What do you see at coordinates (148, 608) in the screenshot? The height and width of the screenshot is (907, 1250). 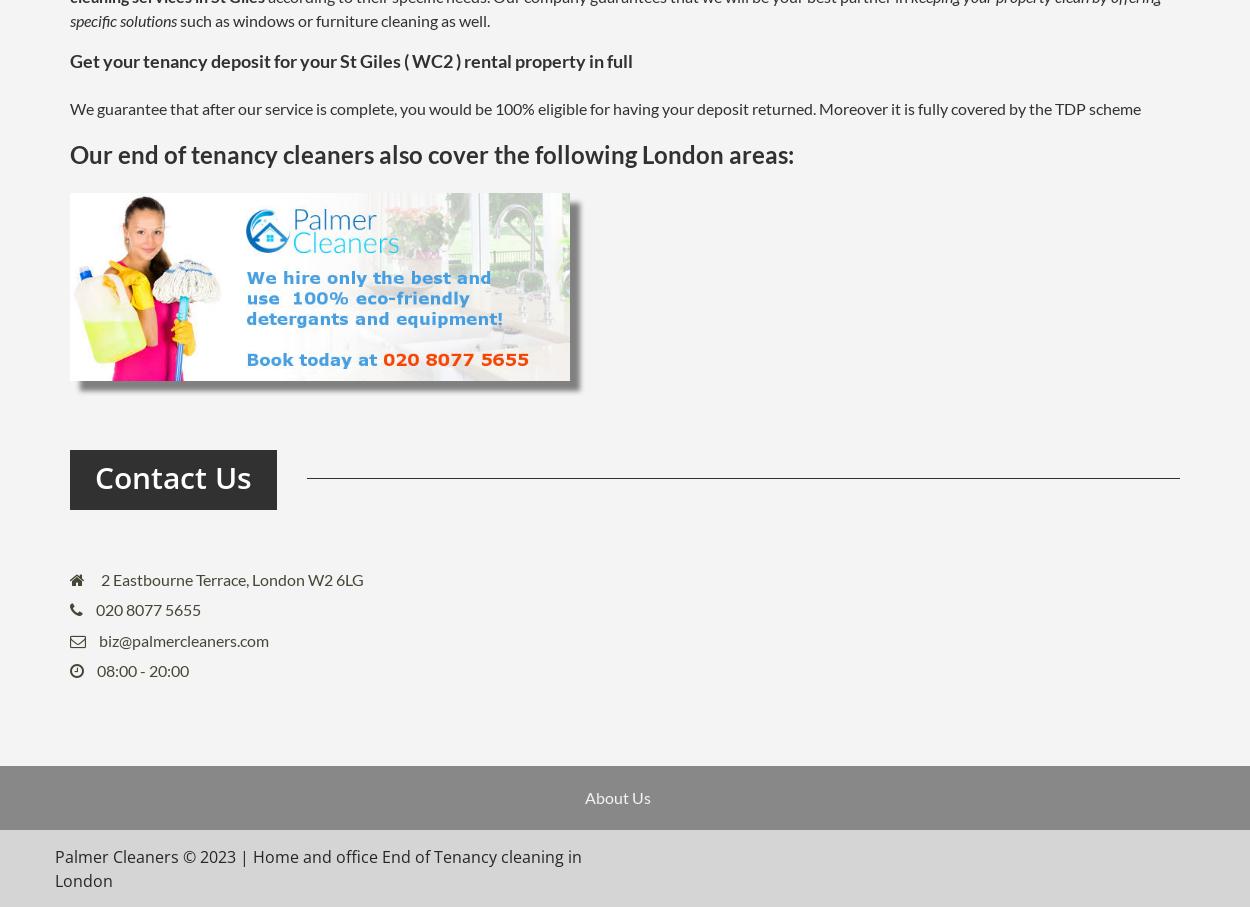 I see `'020 8077 5655'` at bounding box center [148, 608].